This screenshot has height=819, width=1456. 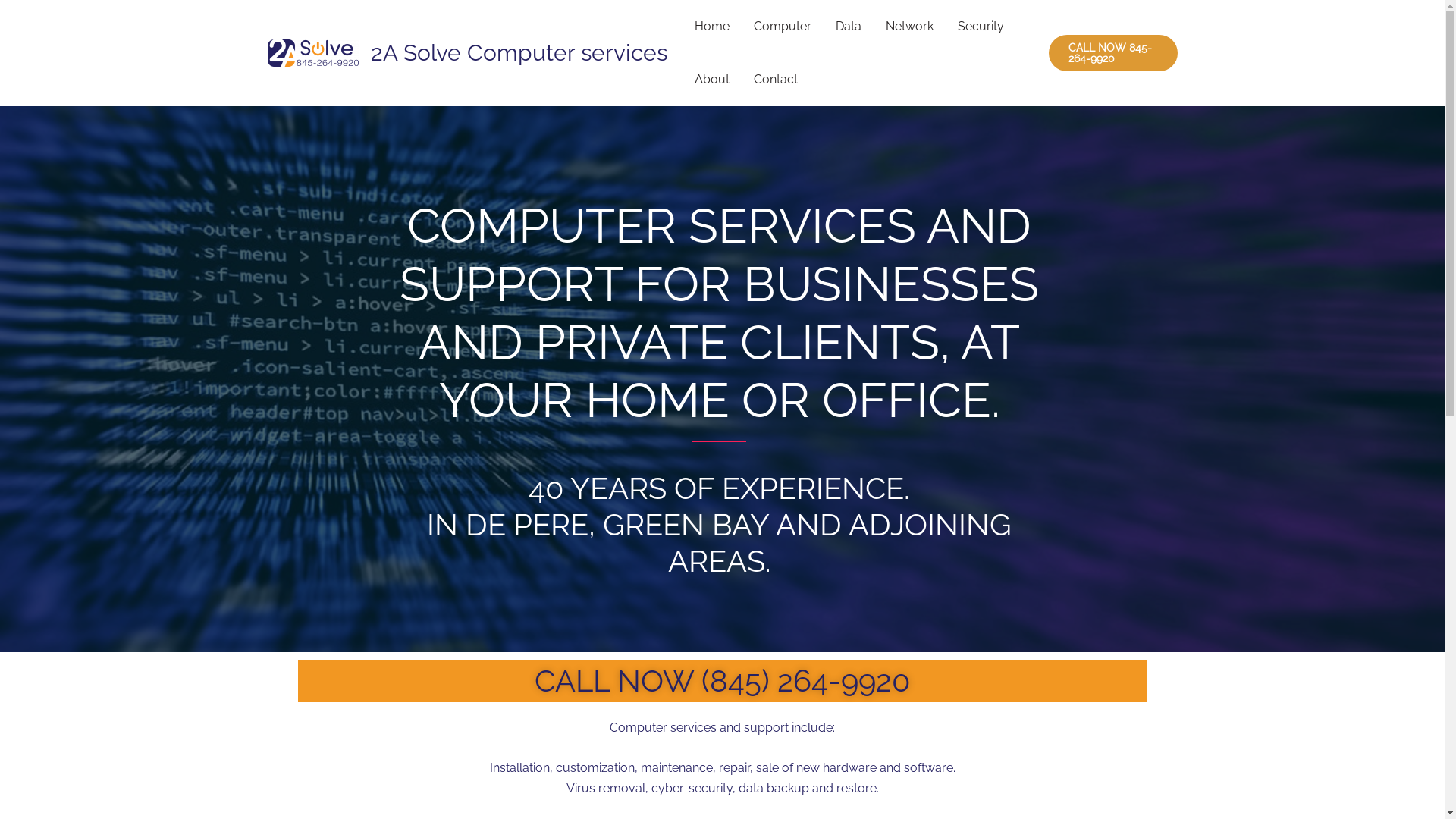 What do you see at coordinates (711, 26) in the screenshot?
I see `'Home'` at bounding box center [711, 26].